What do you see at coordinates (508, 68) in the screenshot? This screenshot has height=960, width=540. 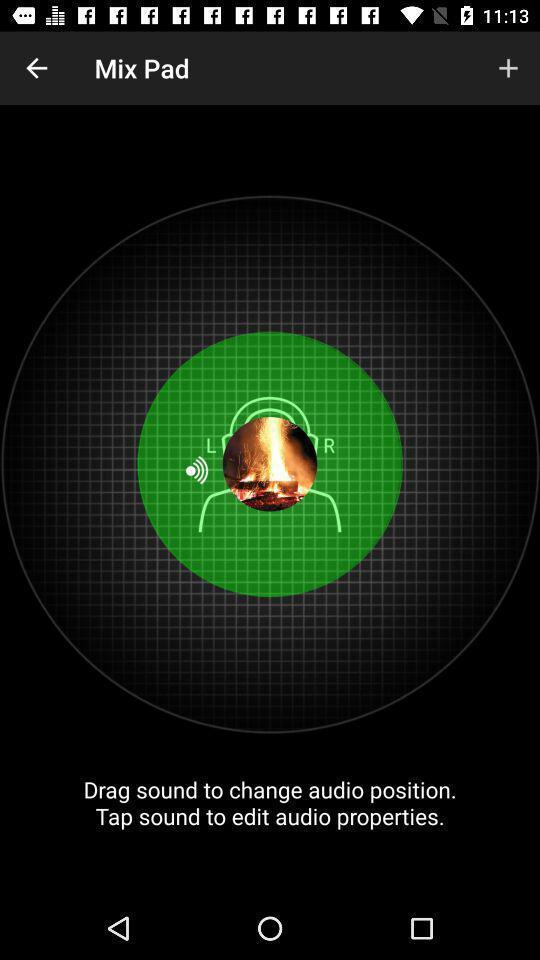 I see `the app next to mix pad item` at bounding box center [508, 68].